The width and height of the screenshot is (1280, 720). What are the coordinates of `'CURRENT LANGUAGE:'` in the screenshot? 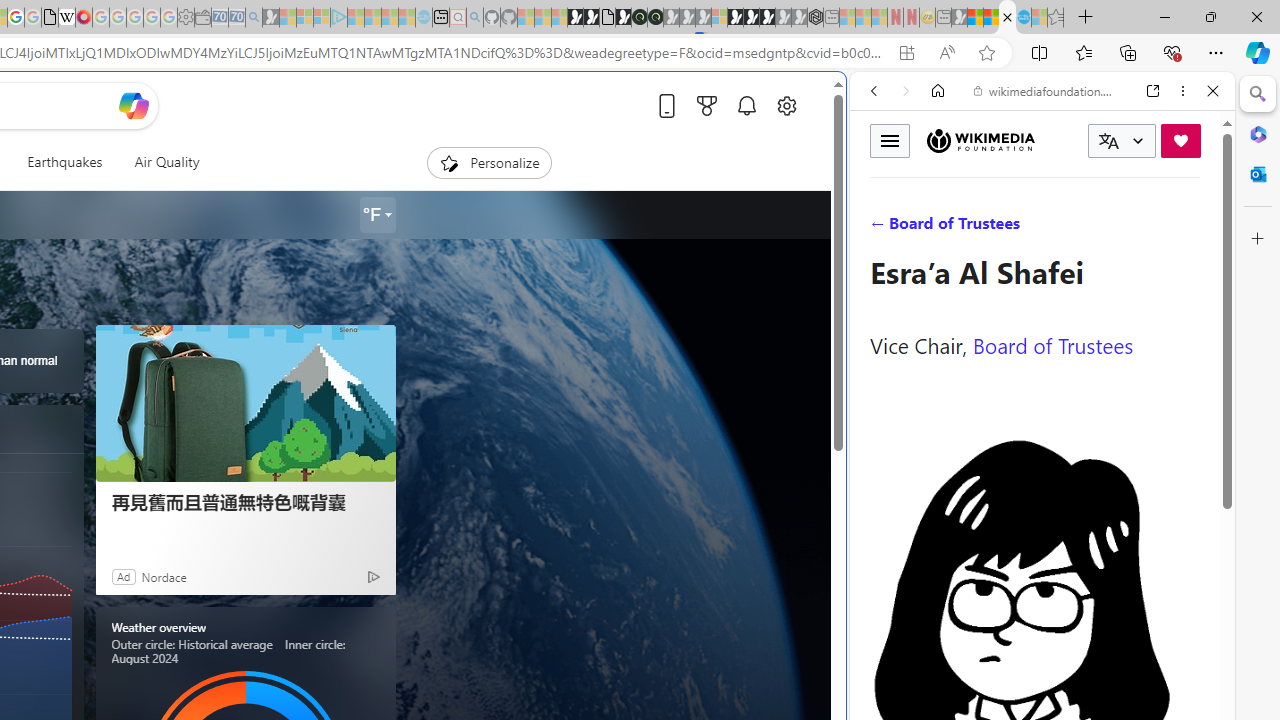 It's located at (1121, 140).